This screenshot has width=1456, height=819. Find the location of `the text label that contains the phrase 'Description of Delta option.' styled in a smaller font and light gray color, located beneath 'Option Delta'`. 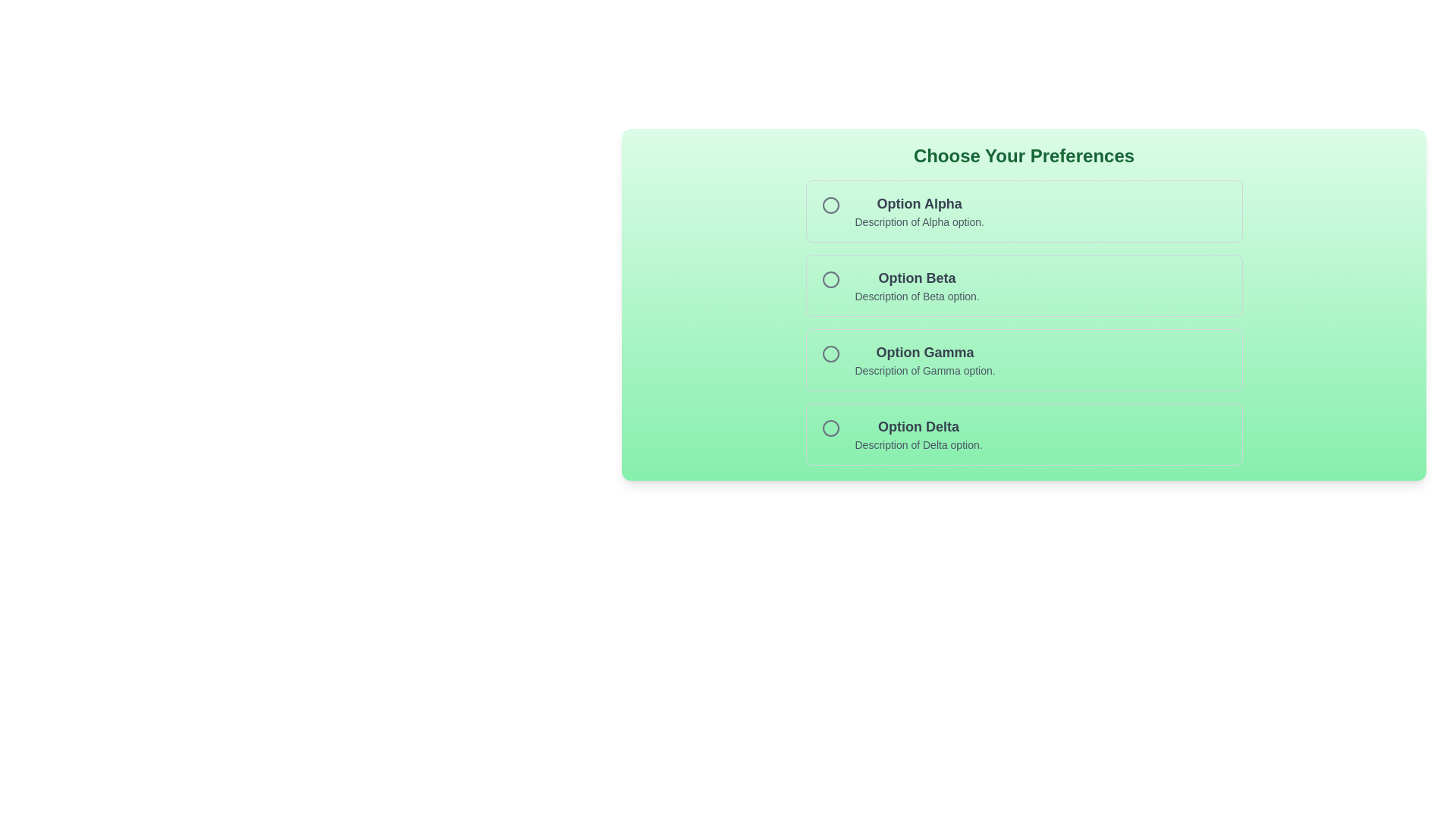

the text label that contains the phrase 'Description of Delta option.' styled in a smaller font and light gray color, located beneath 'Option Delta' is located at coordinates (918, 444).